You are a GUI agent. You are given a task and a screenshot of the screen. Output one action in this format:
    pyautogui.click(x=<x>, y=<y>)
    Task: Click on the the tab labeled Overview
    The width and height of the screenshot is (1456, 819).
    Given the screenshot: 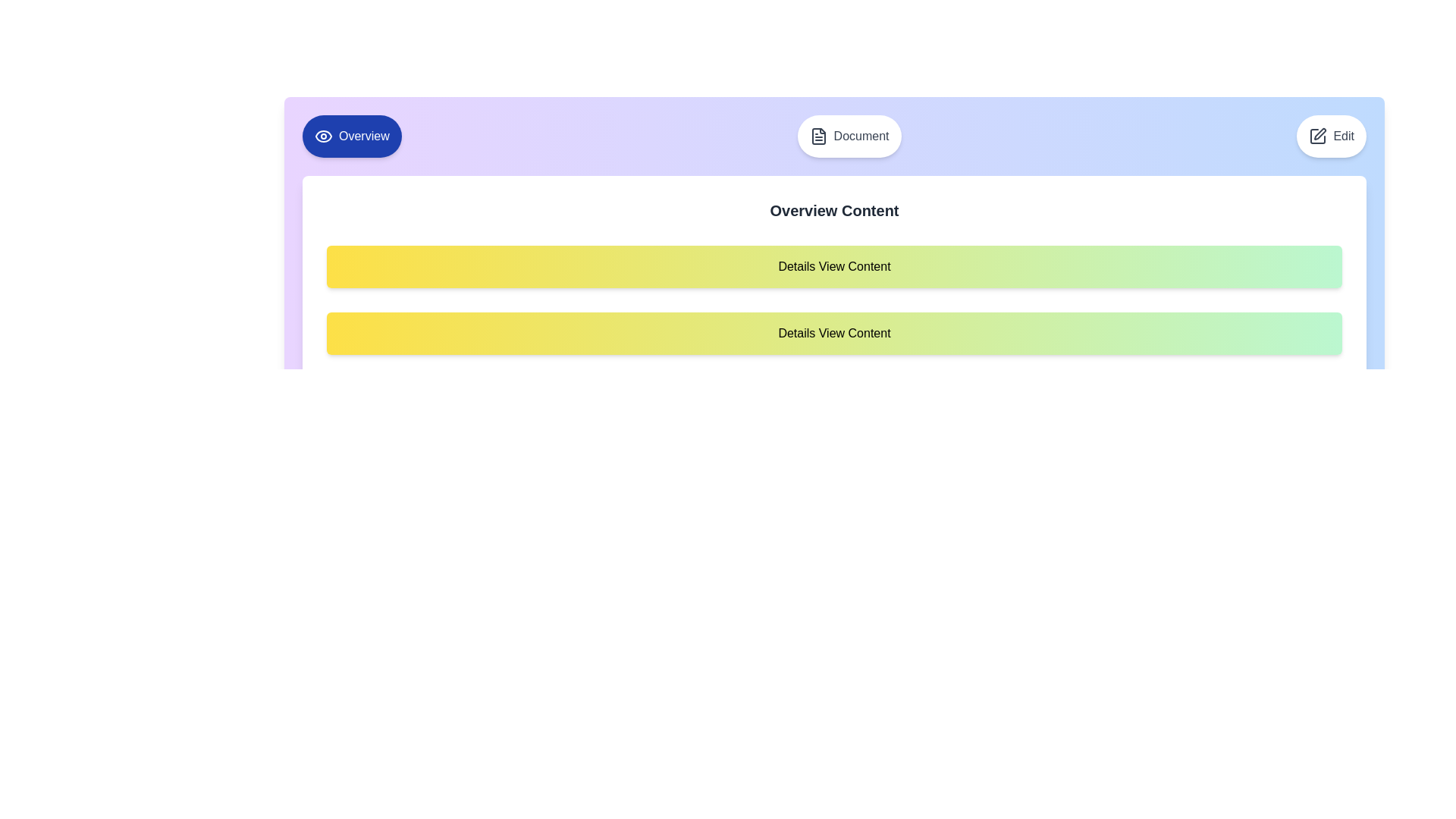 What is the action you would take?
    pyautogui.click(x=351, y=136)
    